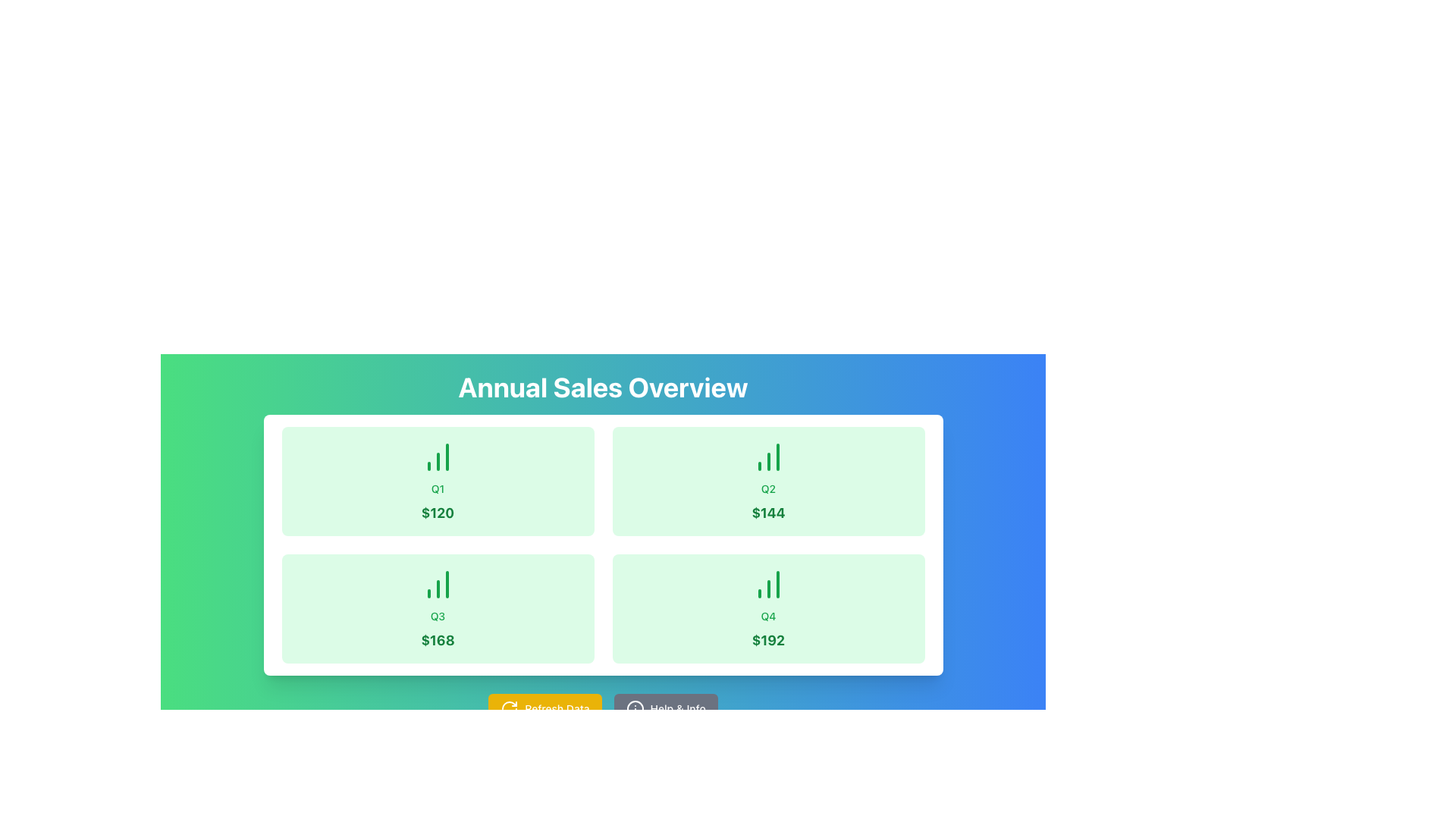  Describe the element at coordinates (768, 607) in the screenshot. I see `the green-tinted Data card featuring a bar chart icon and displaying 'Q4' and '$192' text, located in the bottom right corner of the 2x2 grid layout` at that location.